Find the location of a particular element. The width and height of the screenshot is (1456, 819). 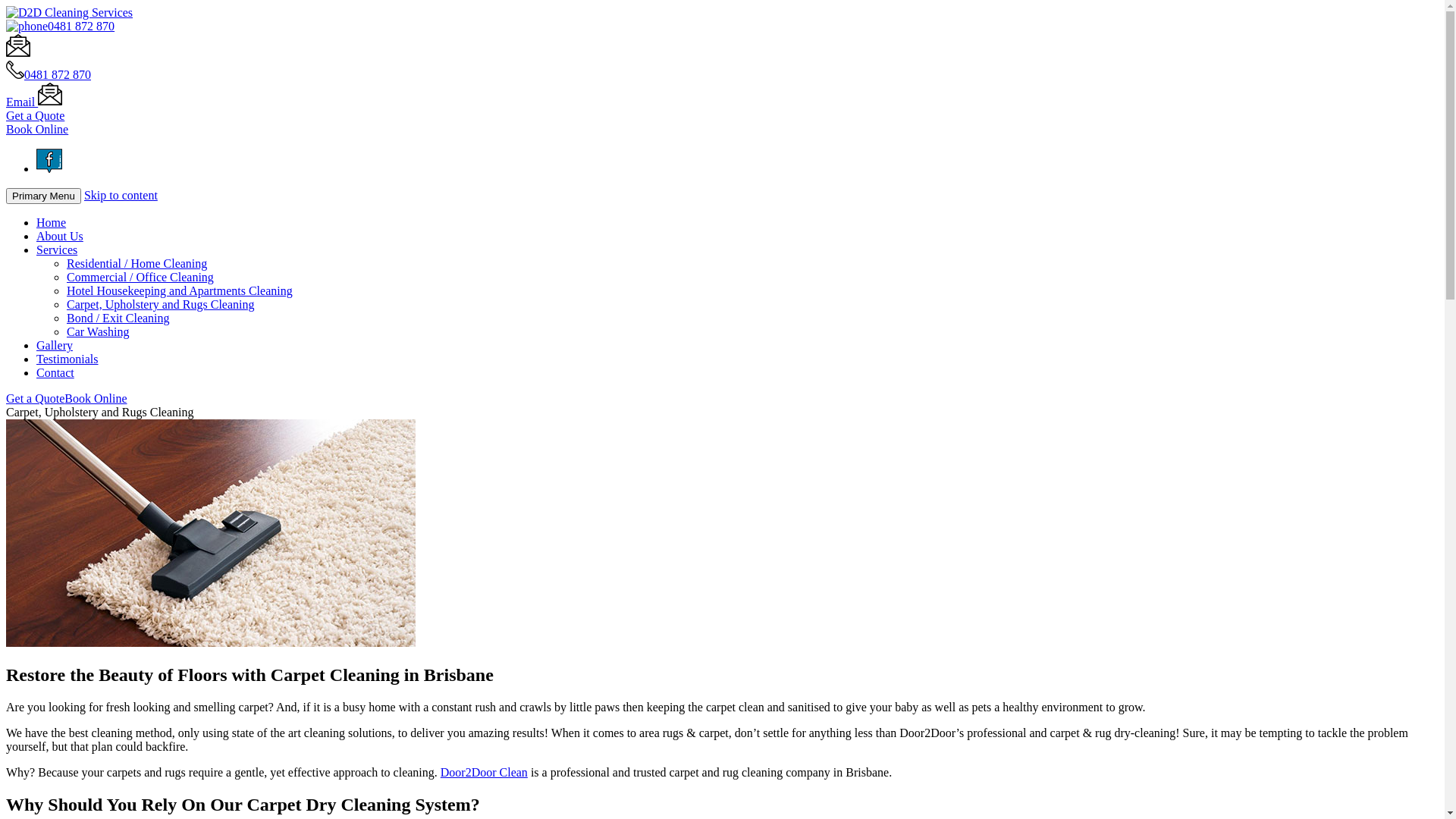

'Car Washing' is located at coordinates (65, 331).